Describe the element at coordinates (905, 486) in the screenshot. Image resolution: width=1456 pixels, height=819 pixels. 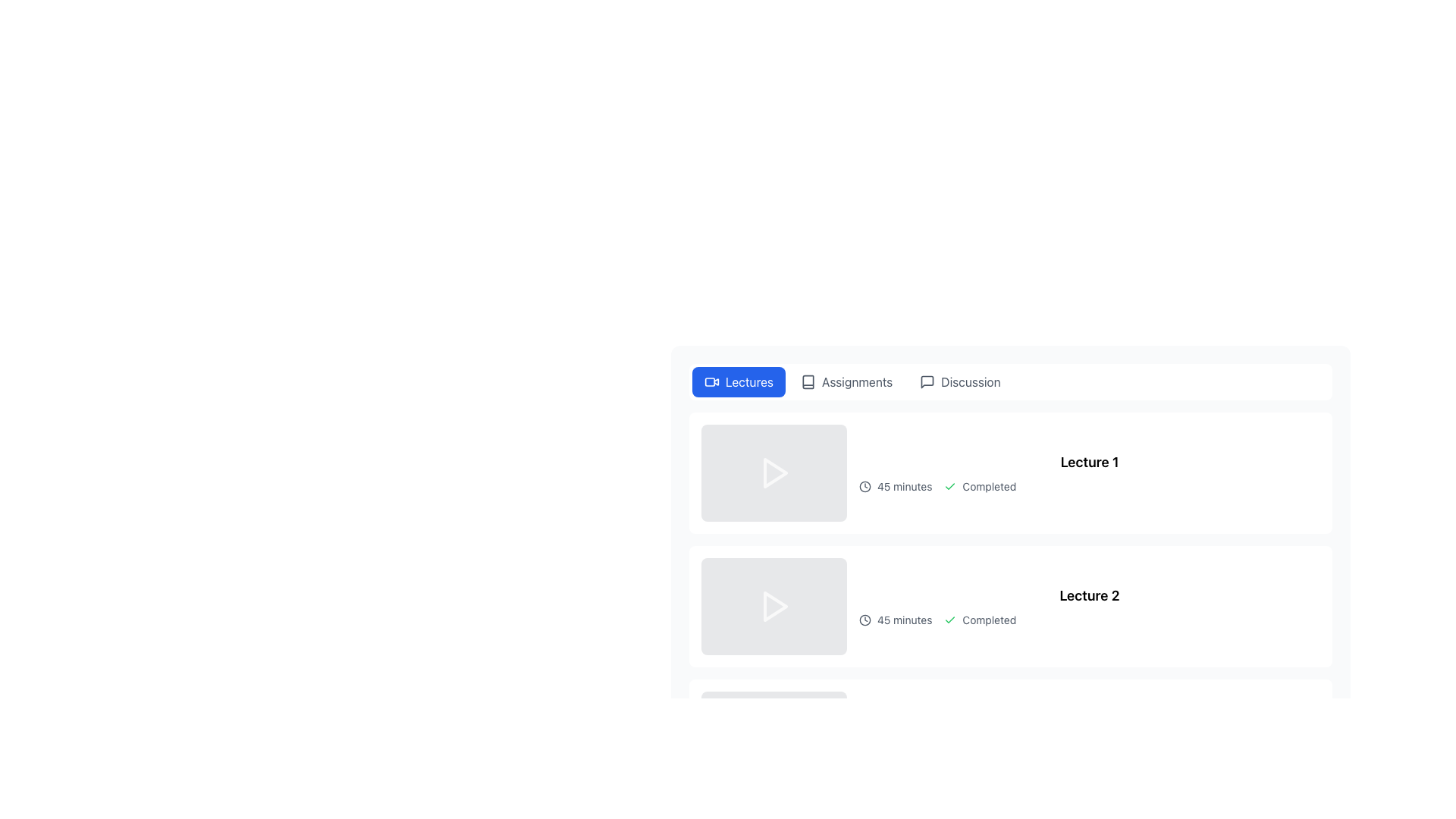
I see `text displayed in the Text label that shows '45 minutes', which is styled in a small gray font and located near a clock icon on the left and the word 'Completed' on the right` at that location.